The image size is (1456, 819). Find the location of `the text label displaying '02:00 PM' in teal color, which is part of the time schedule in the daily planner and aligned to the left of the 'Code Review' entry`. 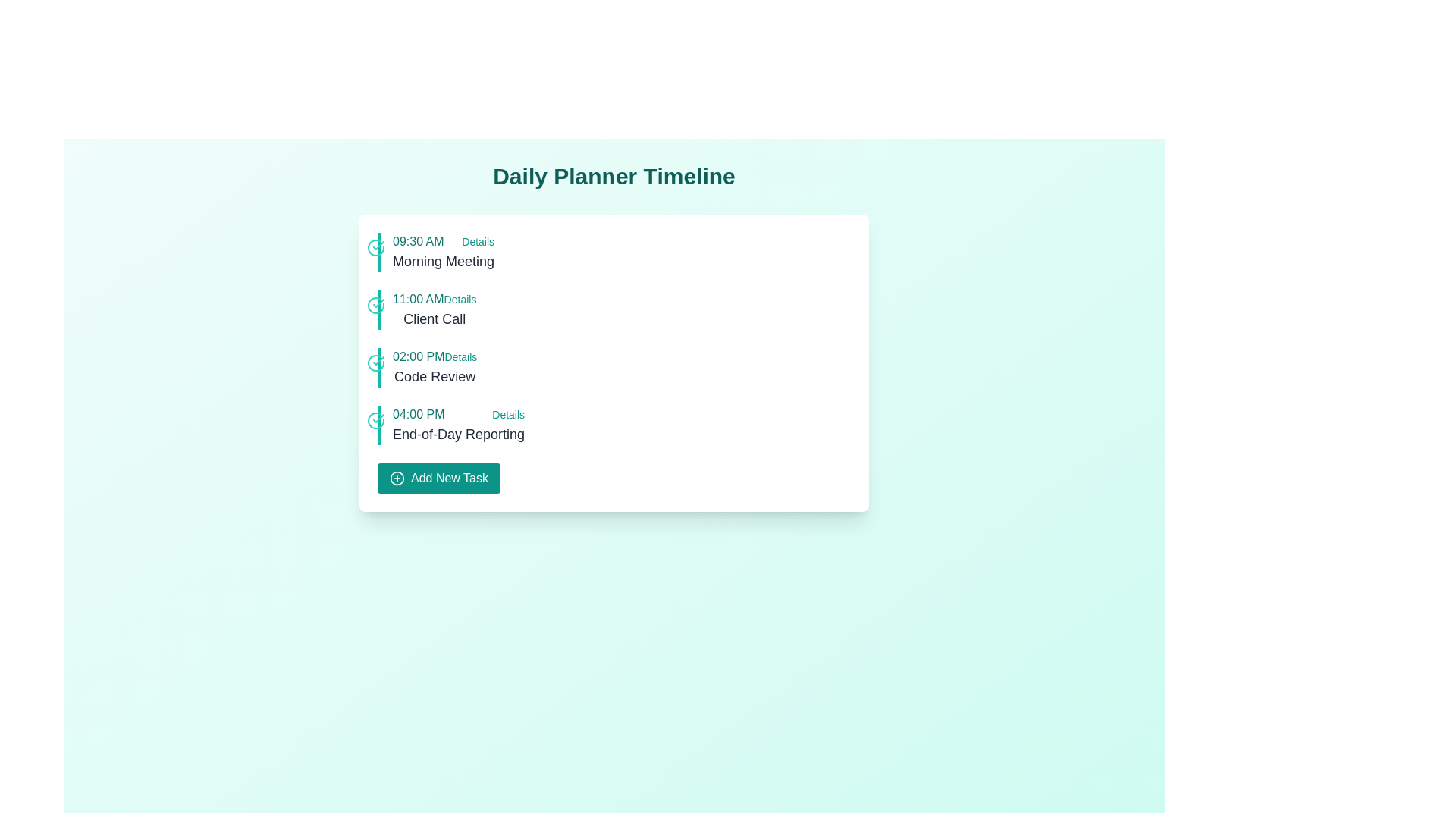

the text label displaying '02:00 PM' in teal color, which is part of the time schedule in the daily planner and aligned to the left of the 'Code Review' entry is located at coordinates (419, 356).